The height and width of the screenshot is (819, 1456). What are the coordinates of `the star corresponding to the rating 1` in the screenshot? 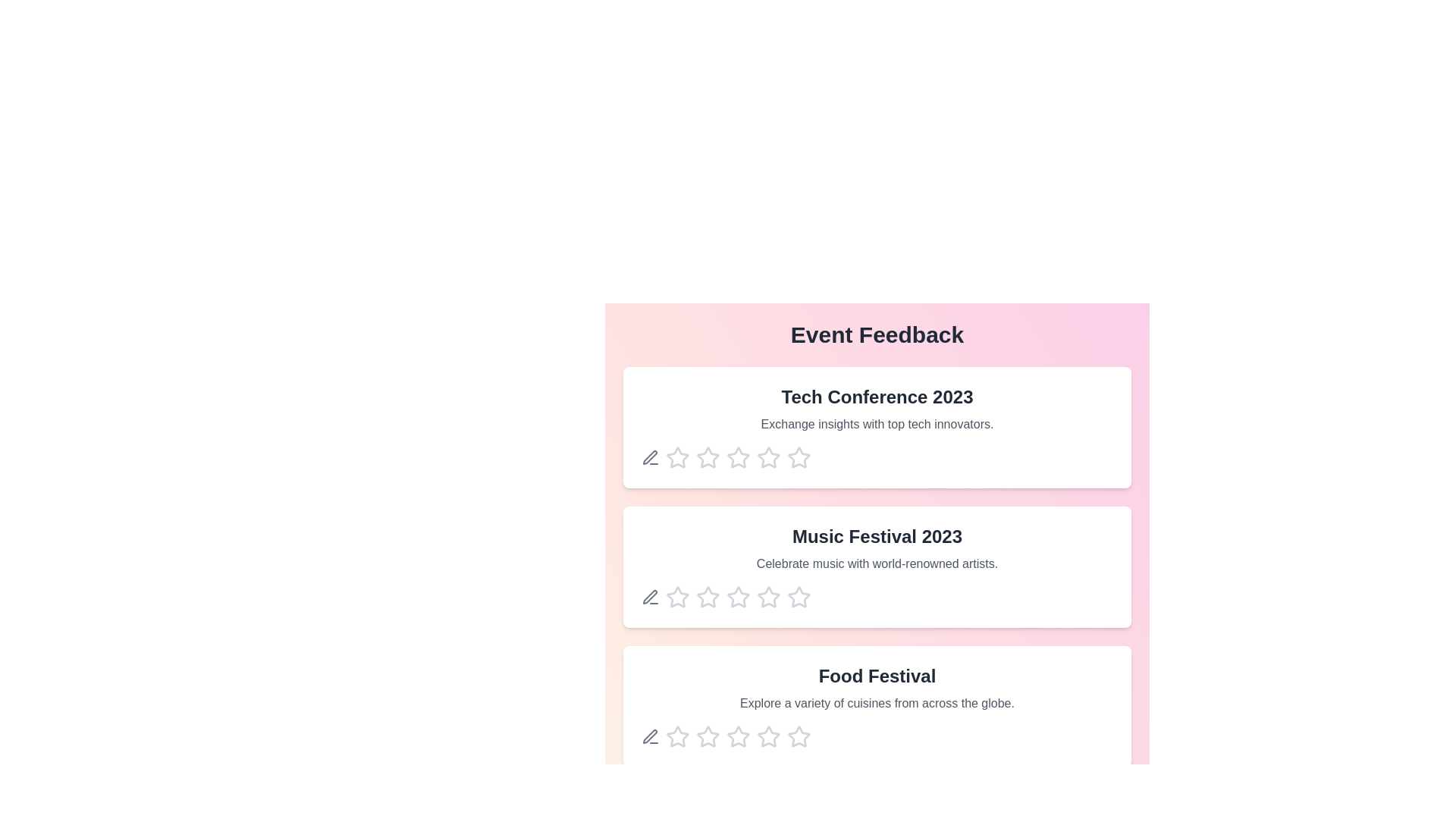 It's located at (676, 457).